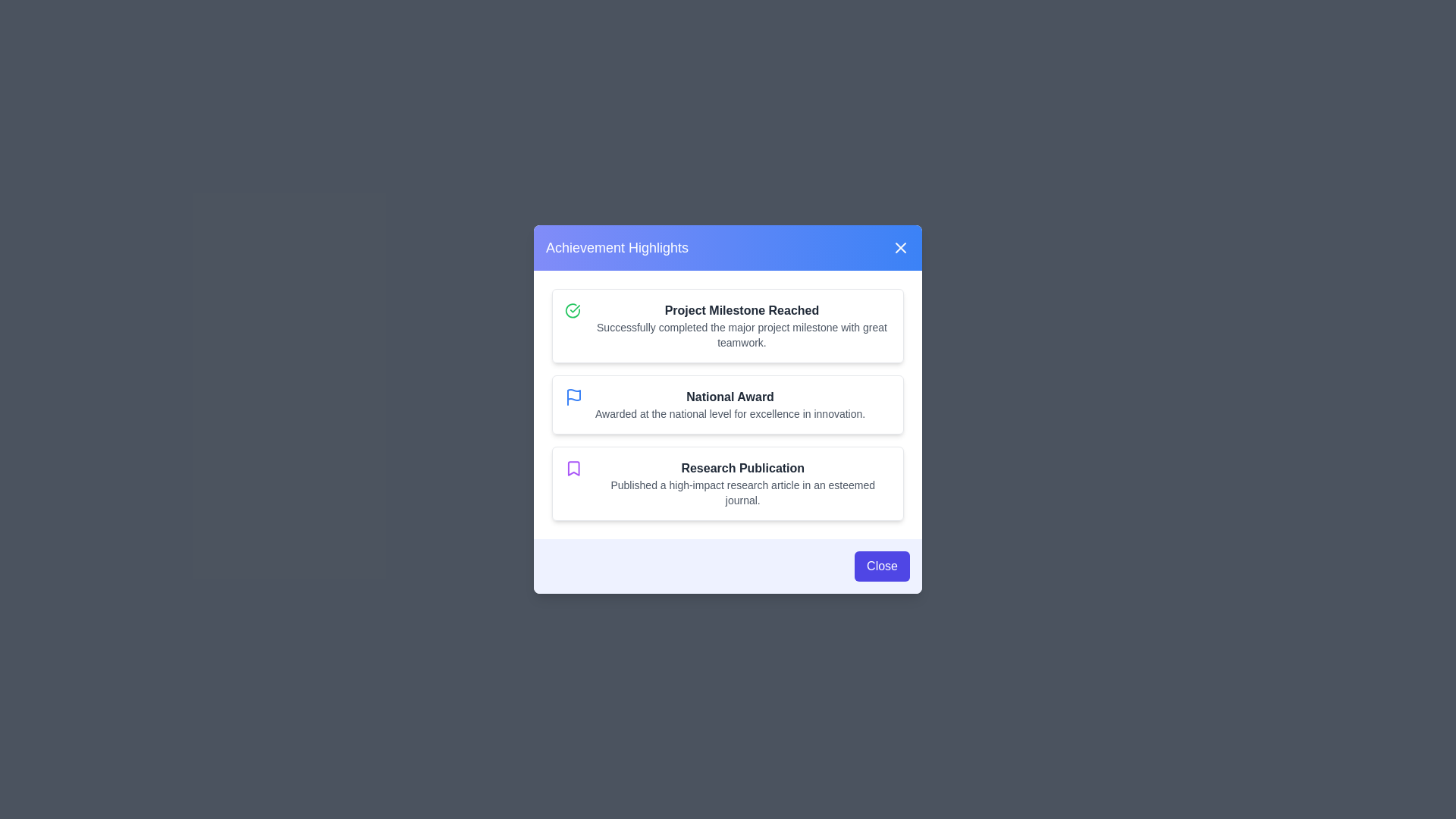  I want to click on the static text label that reads 'Published a high-impact research article in an esteemed journal.', located under the heading 'Research Publication', so click(742, 493).